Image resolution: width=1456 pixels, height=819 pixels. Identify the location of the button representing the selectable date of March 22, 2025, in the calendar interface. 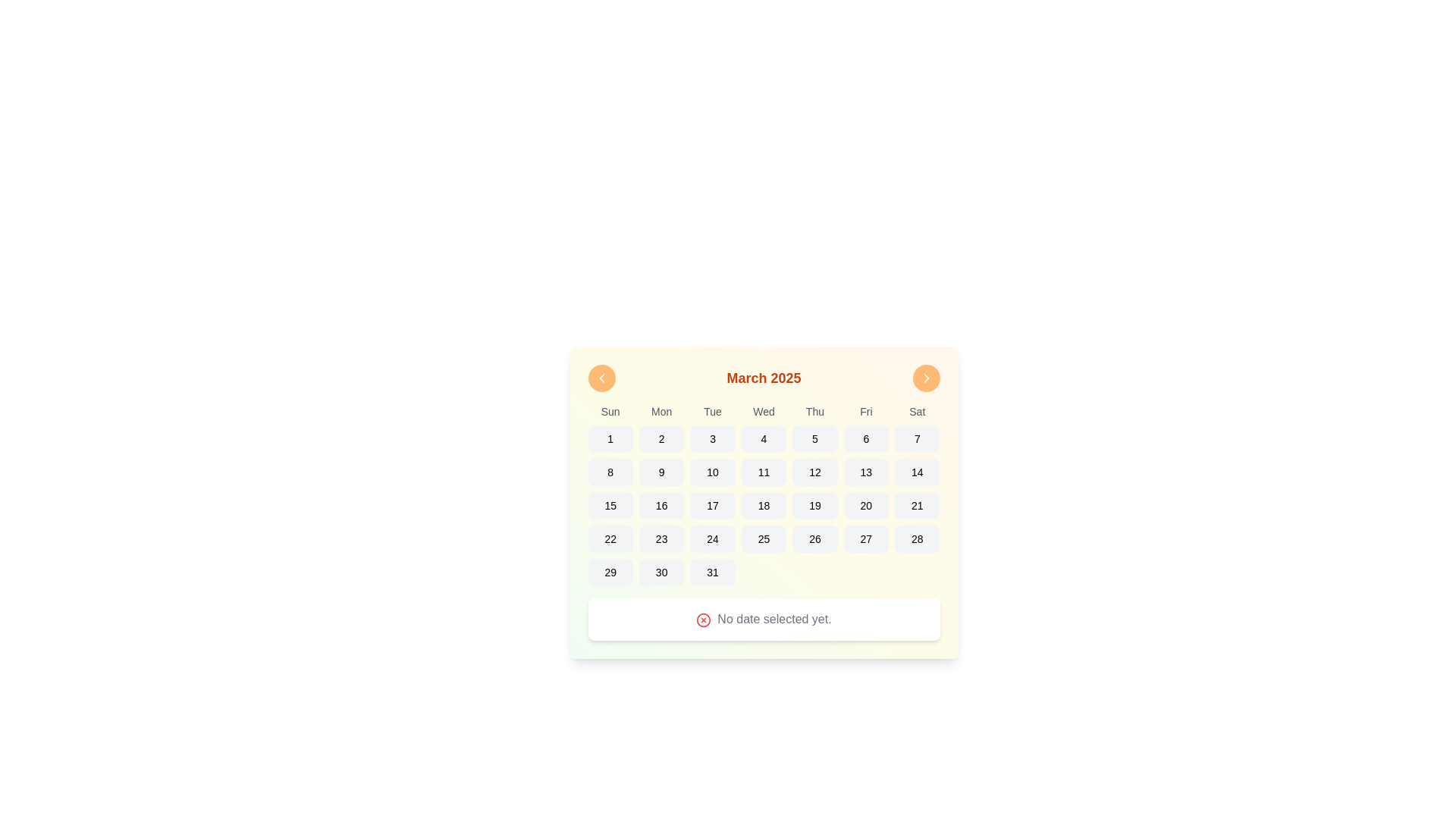
(610, 538).